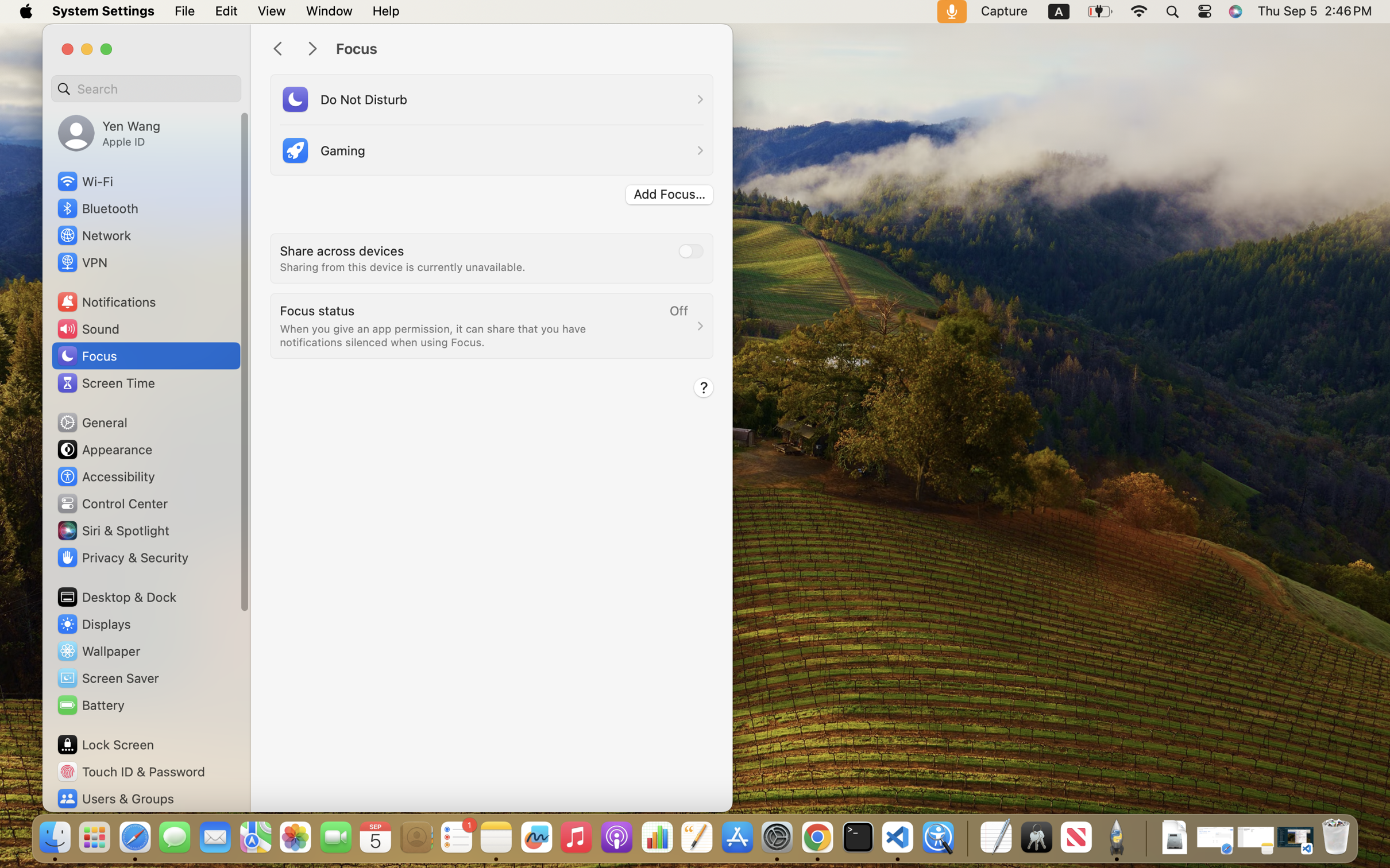  I want to click on 'Touch ID & Password', so click(131, 771).